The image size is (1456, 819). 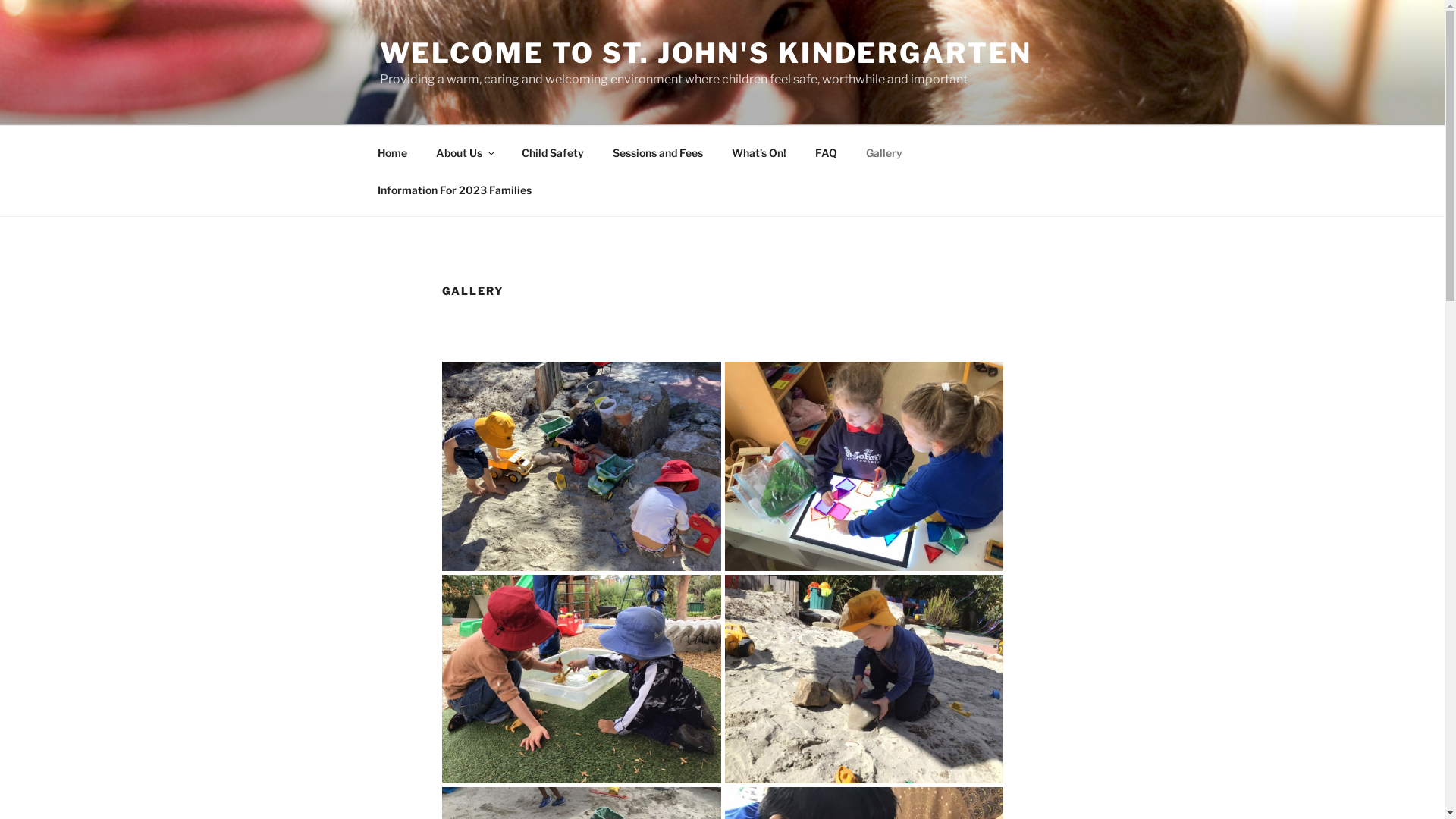 What do you see at coordinates (453, 189) in the screenshot?
I see `'Information For 2023 Families'` at bounding box center [453, 189].